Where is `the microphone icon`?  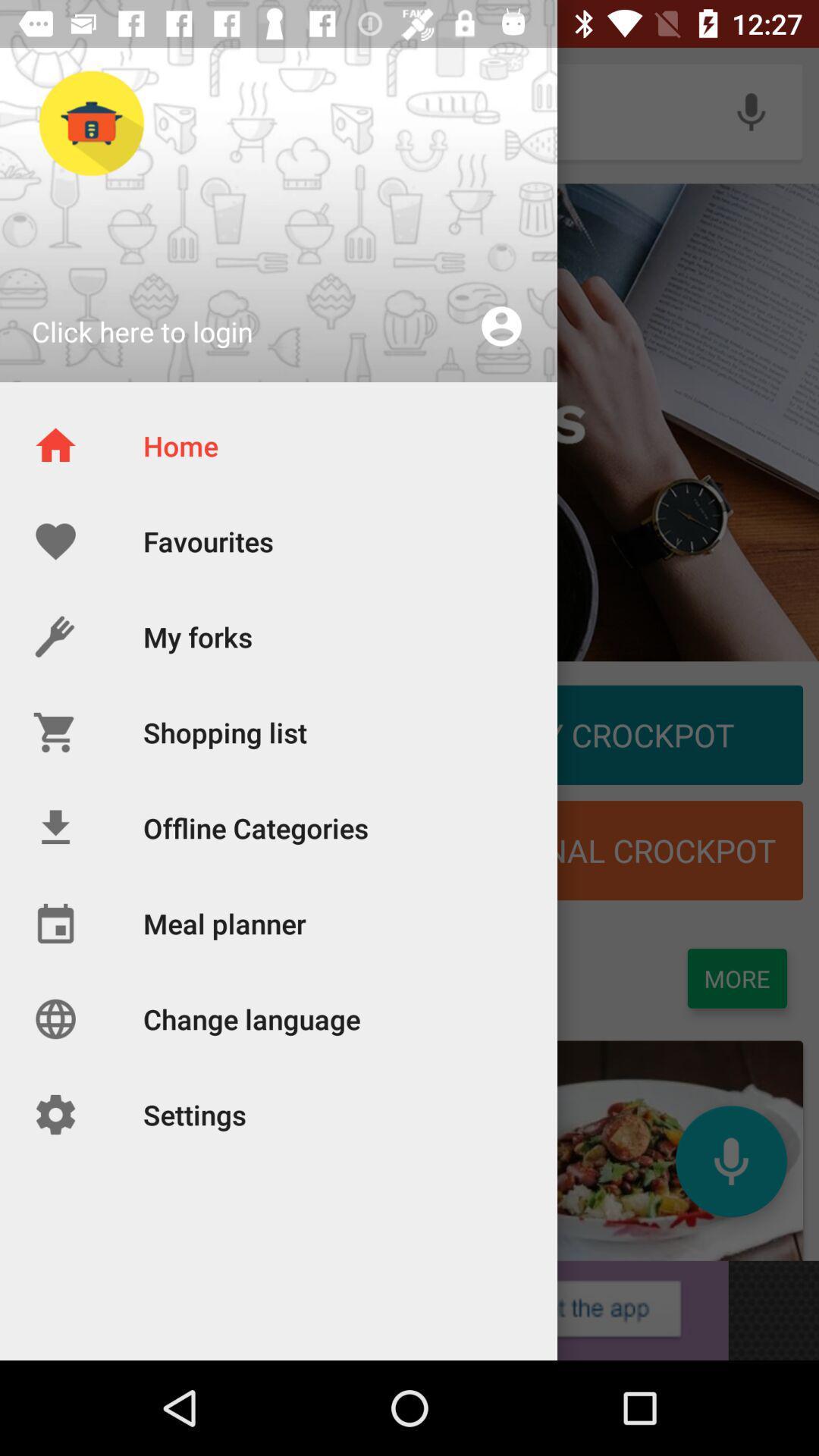 the microphone icon is located at coordinates (730, 1160).